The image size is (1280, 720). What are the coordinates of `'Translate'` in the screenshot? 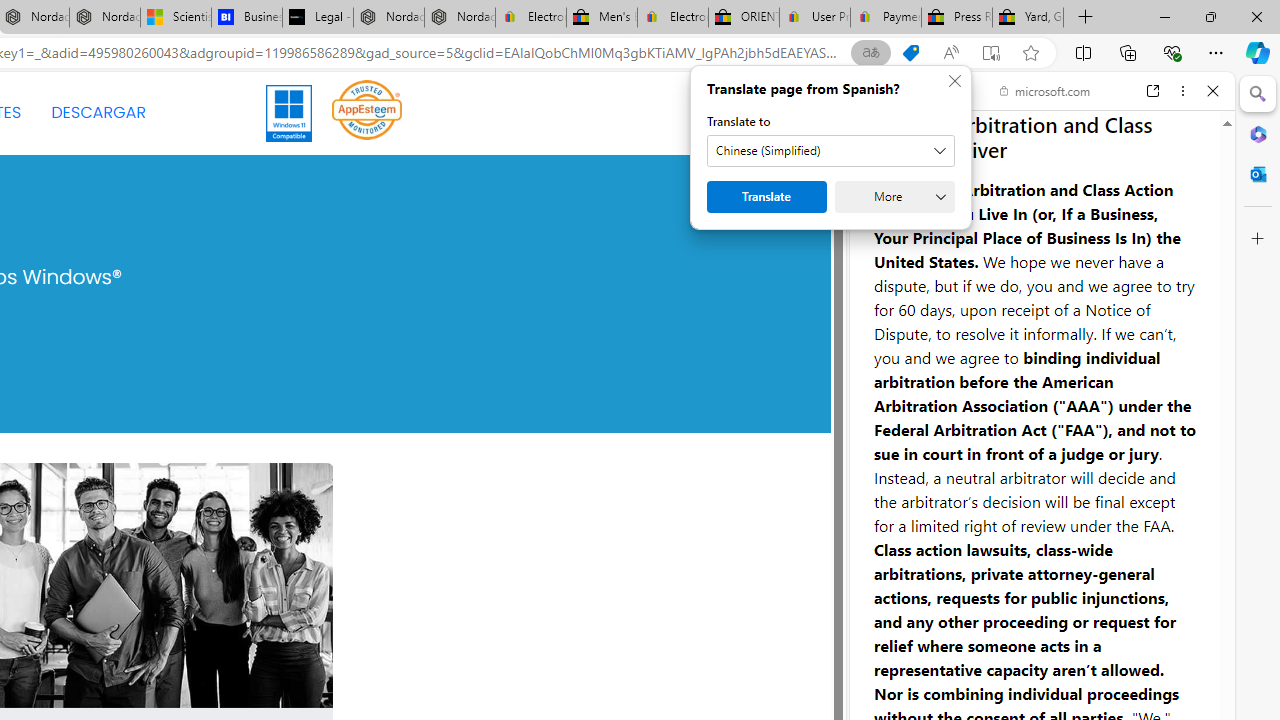 It's located at (765, 196).